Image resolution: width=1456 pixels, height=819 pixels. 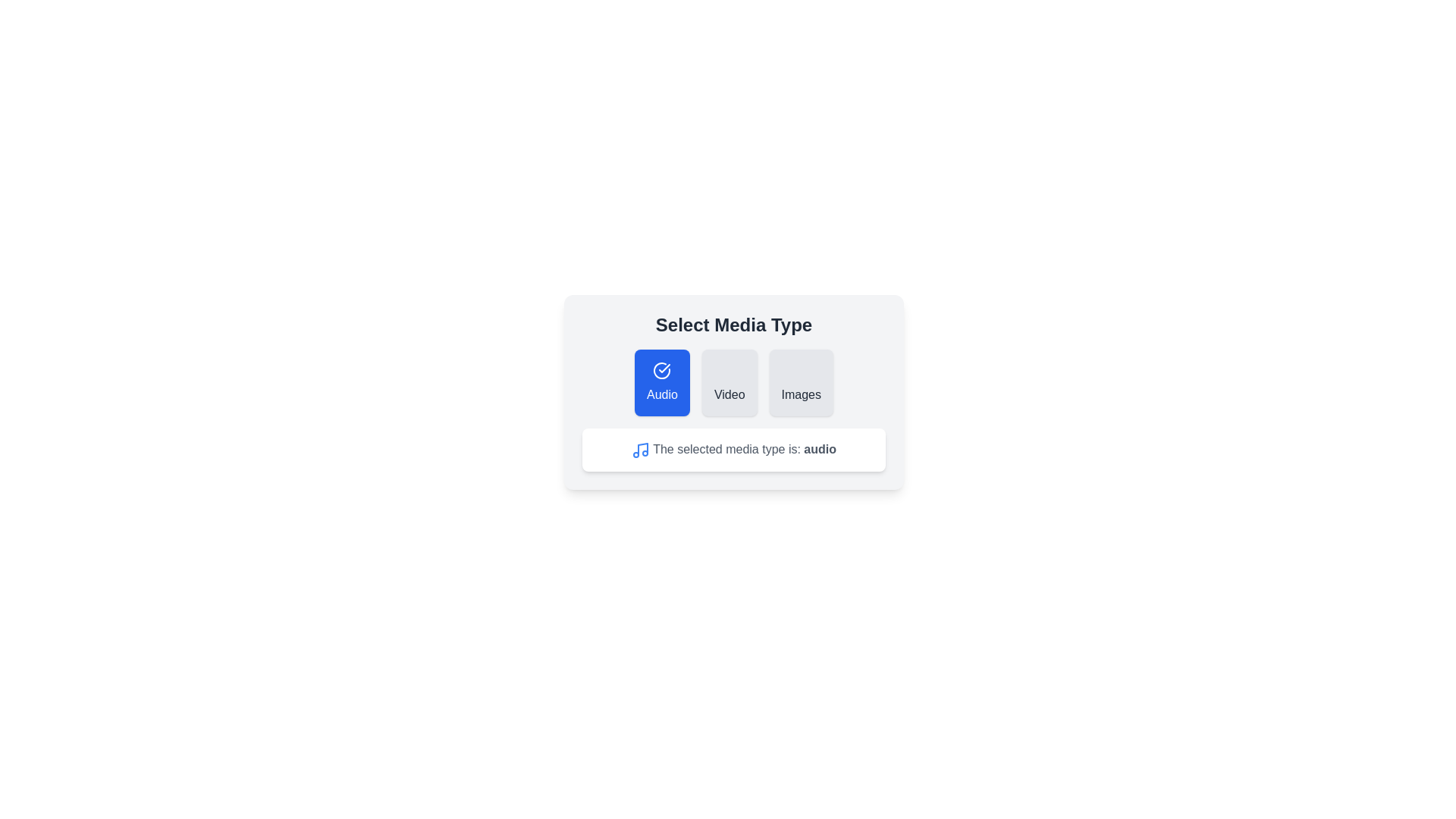 What do you see at coordinates (734, 449) in the screenshot?
I see `the informational text display that shows the current selection of 'audio', located centrally below the media type selection buttons` at bounding box center [734, 449].